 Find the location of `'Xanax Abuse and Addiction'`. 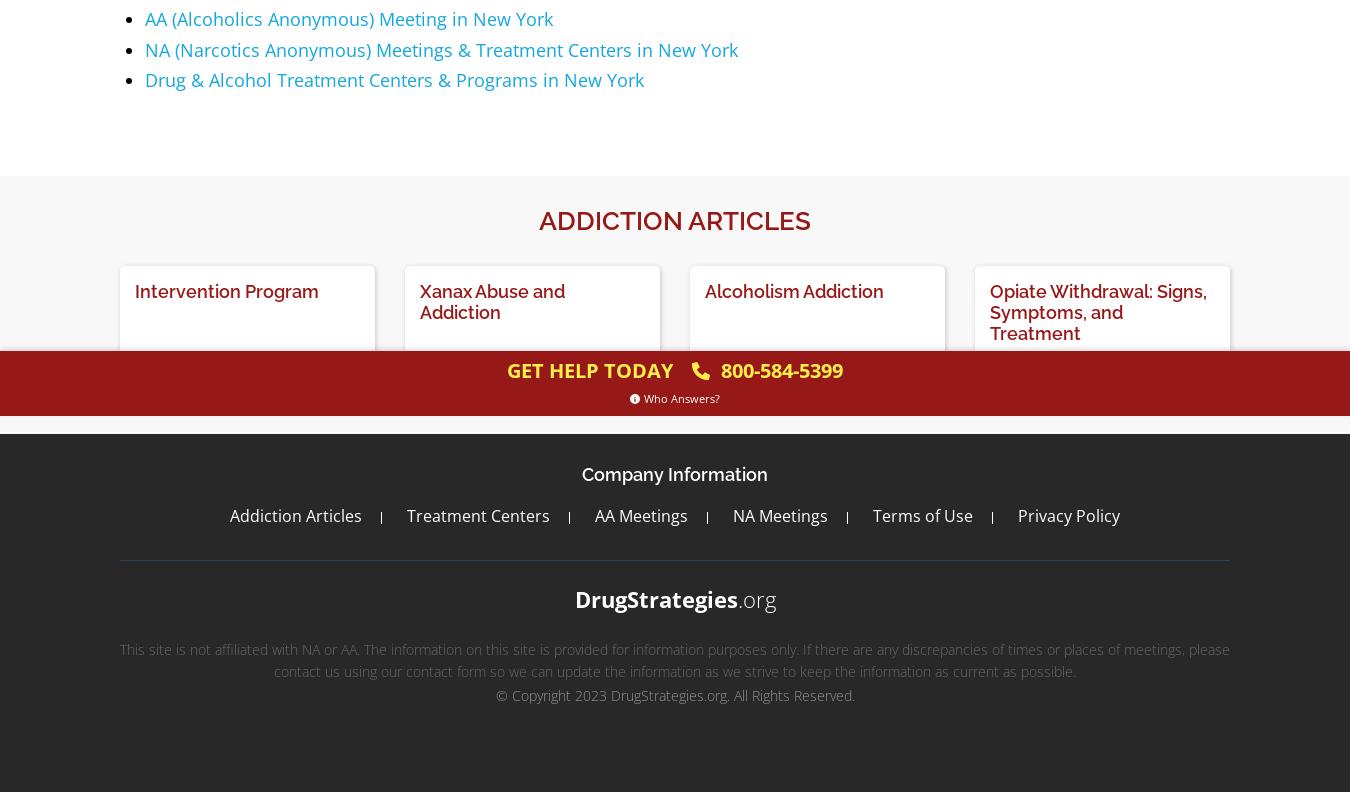

'Xanax Abuse and Addiction' is located at coordinates (491, 300).